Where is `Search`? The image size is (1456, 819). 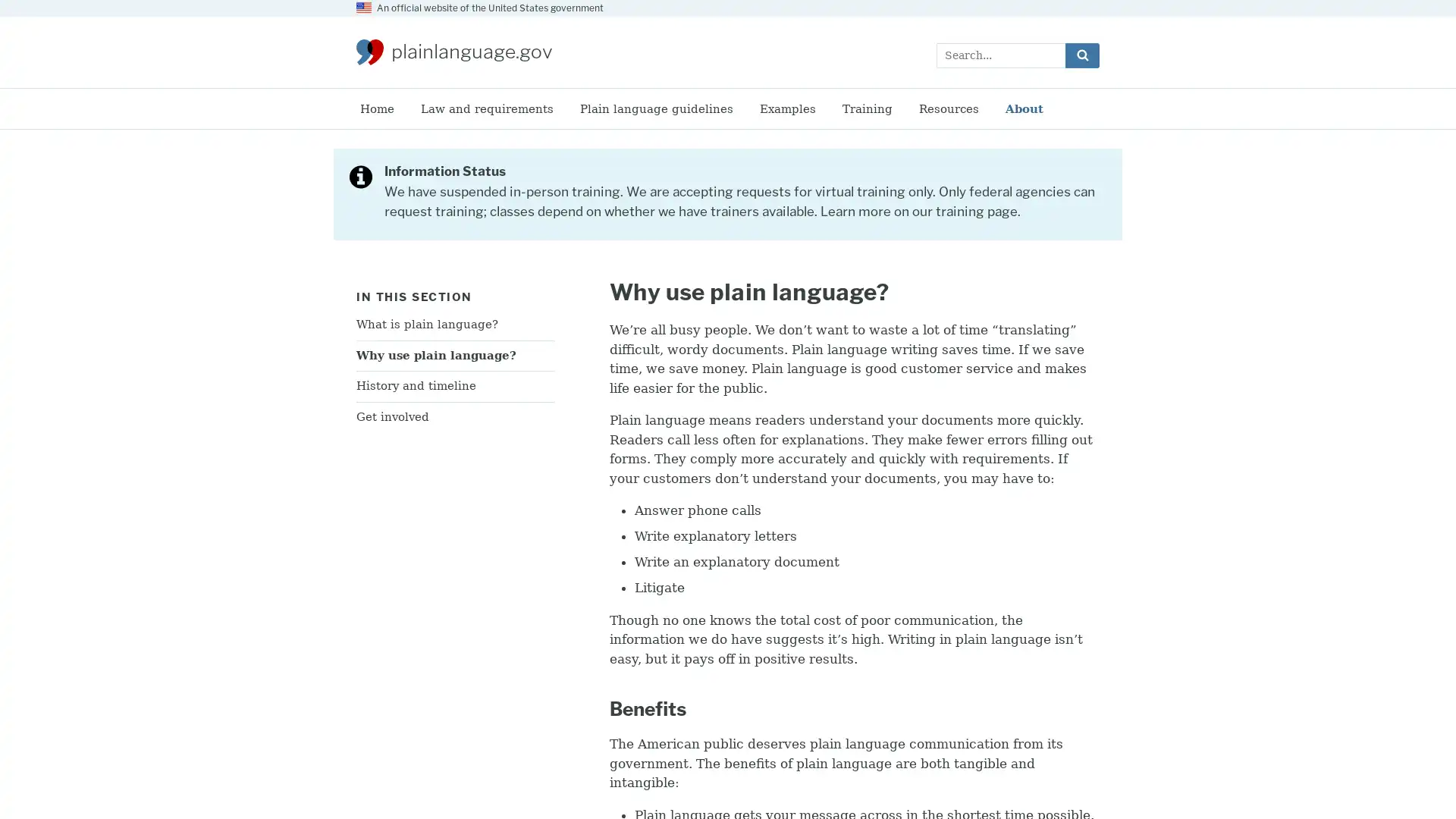
Search is located at coordinates (1081, 54).